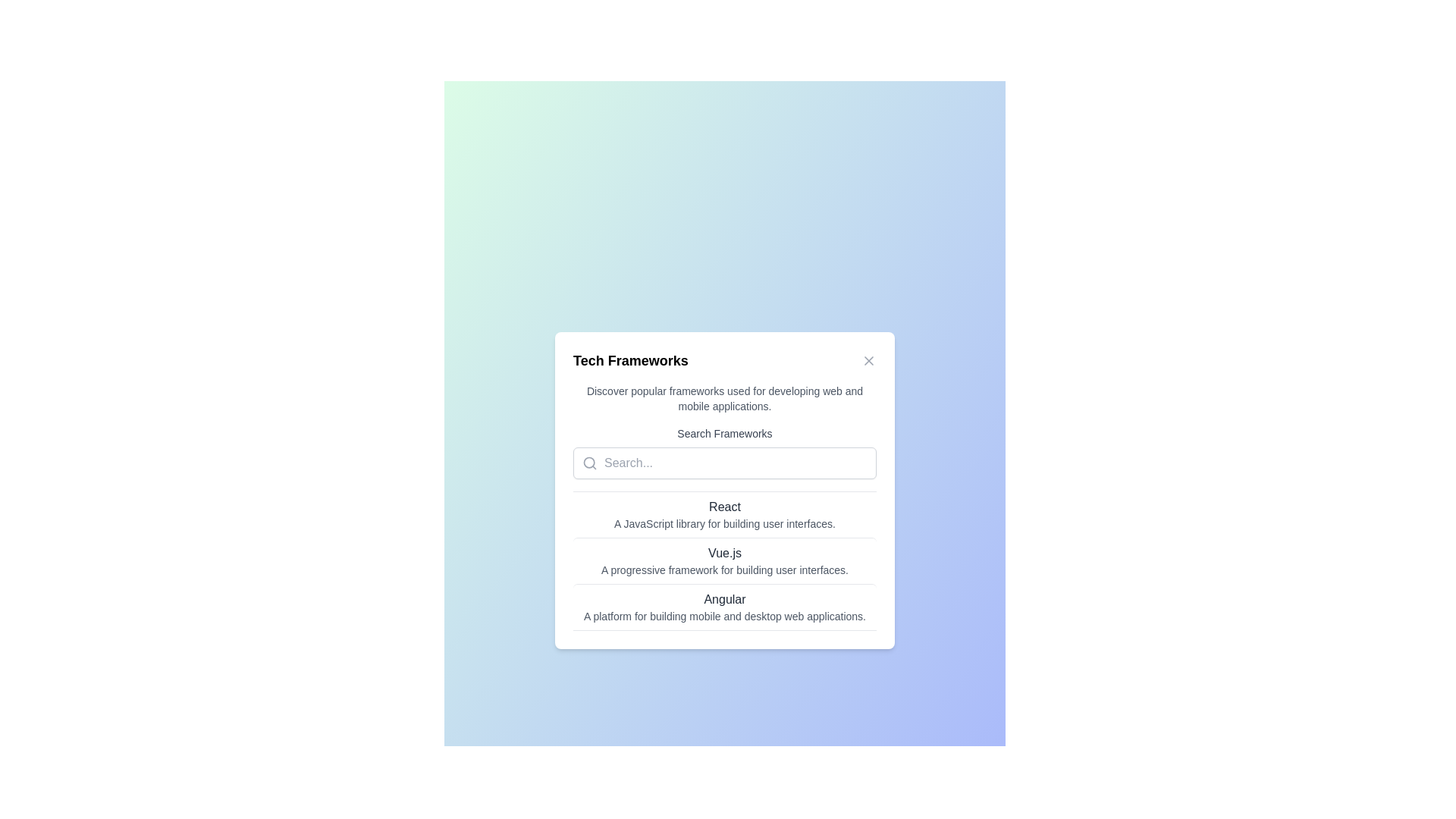 The height and width of the screenshot is (819, 1456). I want to click on the second row of the framework list displaying 'Vue.js' with the description 'A progressive framework for building user interfaces', so click(723, 561).